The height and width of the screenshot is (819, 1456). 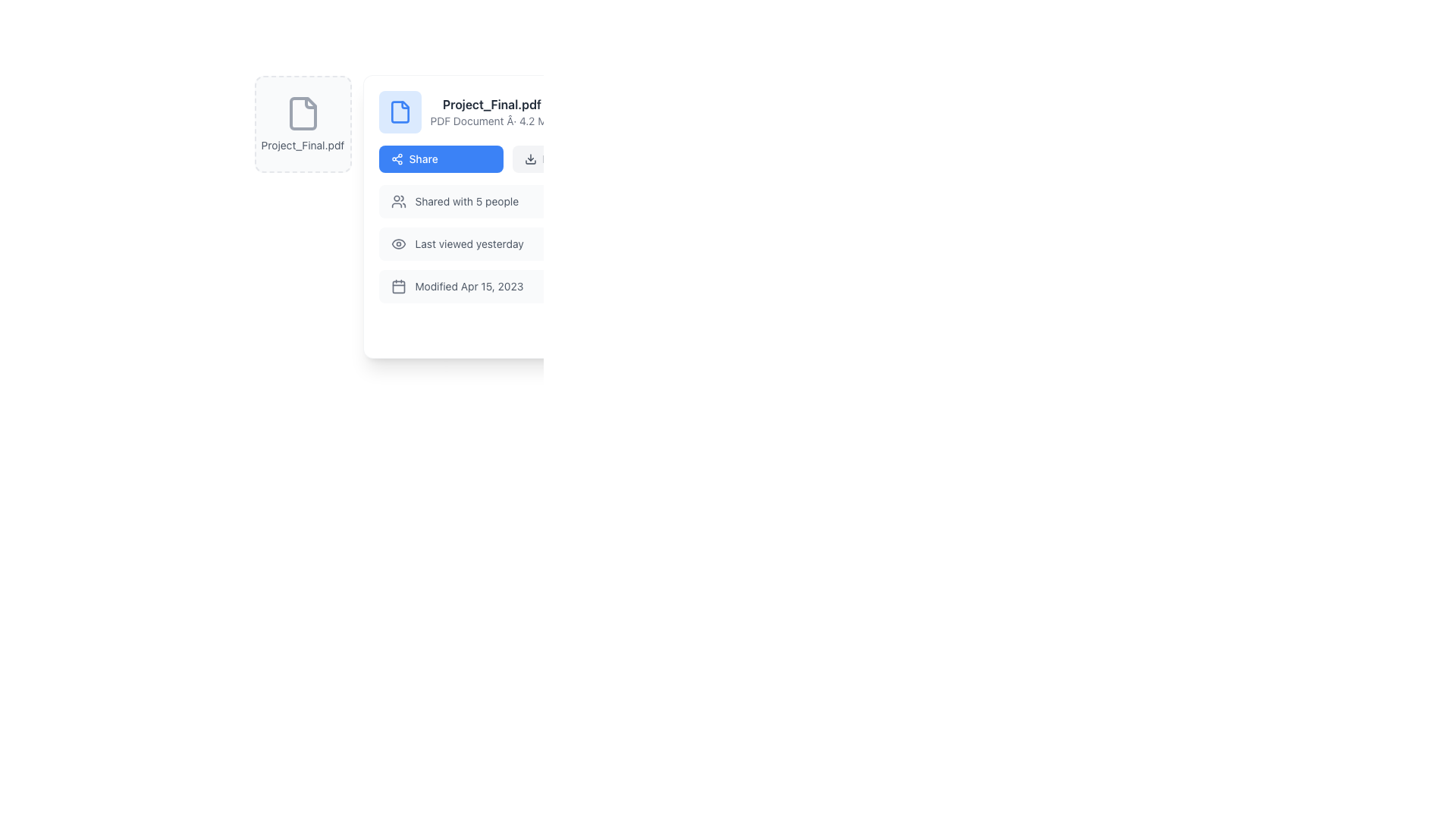 I want to click on the small eye-shaped vector graphic icon located in the detailed information panel of the file 'Project_Final.pdf', so click(x=398, y=243).